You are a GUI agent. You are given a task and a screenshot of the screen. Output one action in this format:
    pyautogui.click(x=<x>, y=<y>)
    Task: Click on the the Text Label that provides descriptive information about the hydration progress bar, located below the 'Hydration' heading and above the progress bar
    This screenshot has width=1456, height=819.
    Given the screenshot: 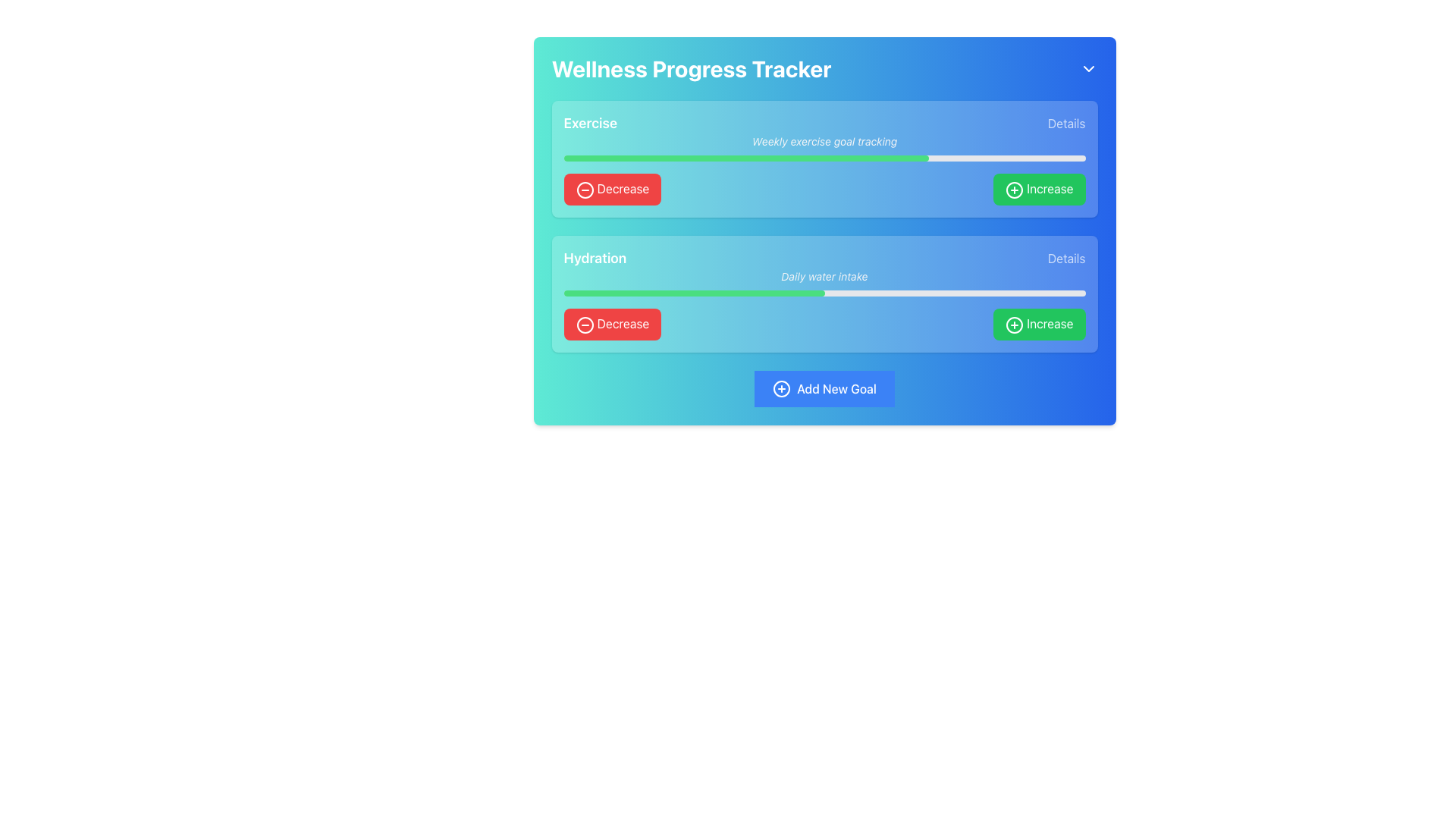 What is the action you would take?
    pyautogui.click(x=824, y=276)
    